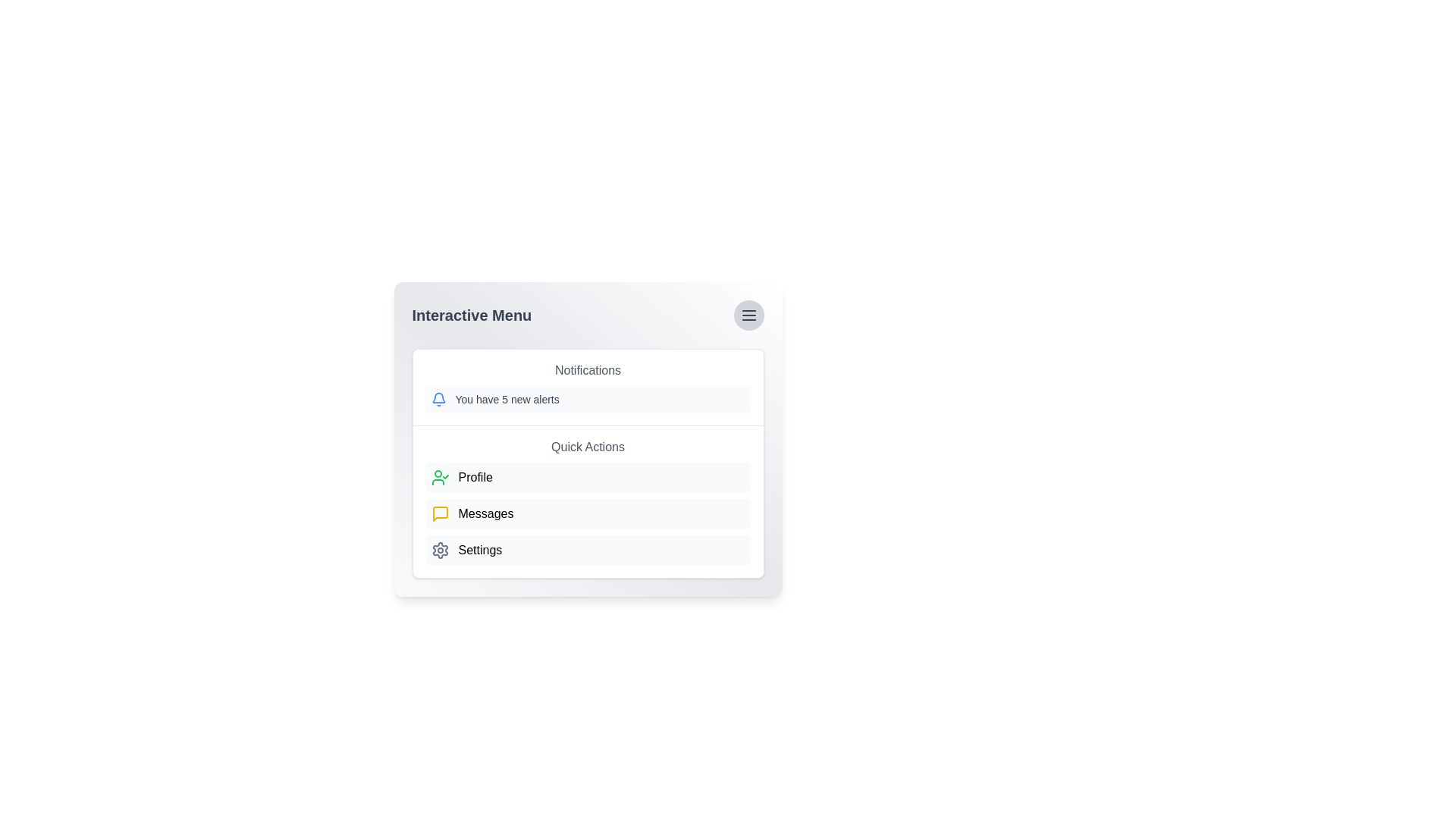 This screenshot has height=819, width=1456. What do you see at coordinates (587, 476) in the screenshot?
I see `the 'Profile' button` at bounding box center [587, 476].